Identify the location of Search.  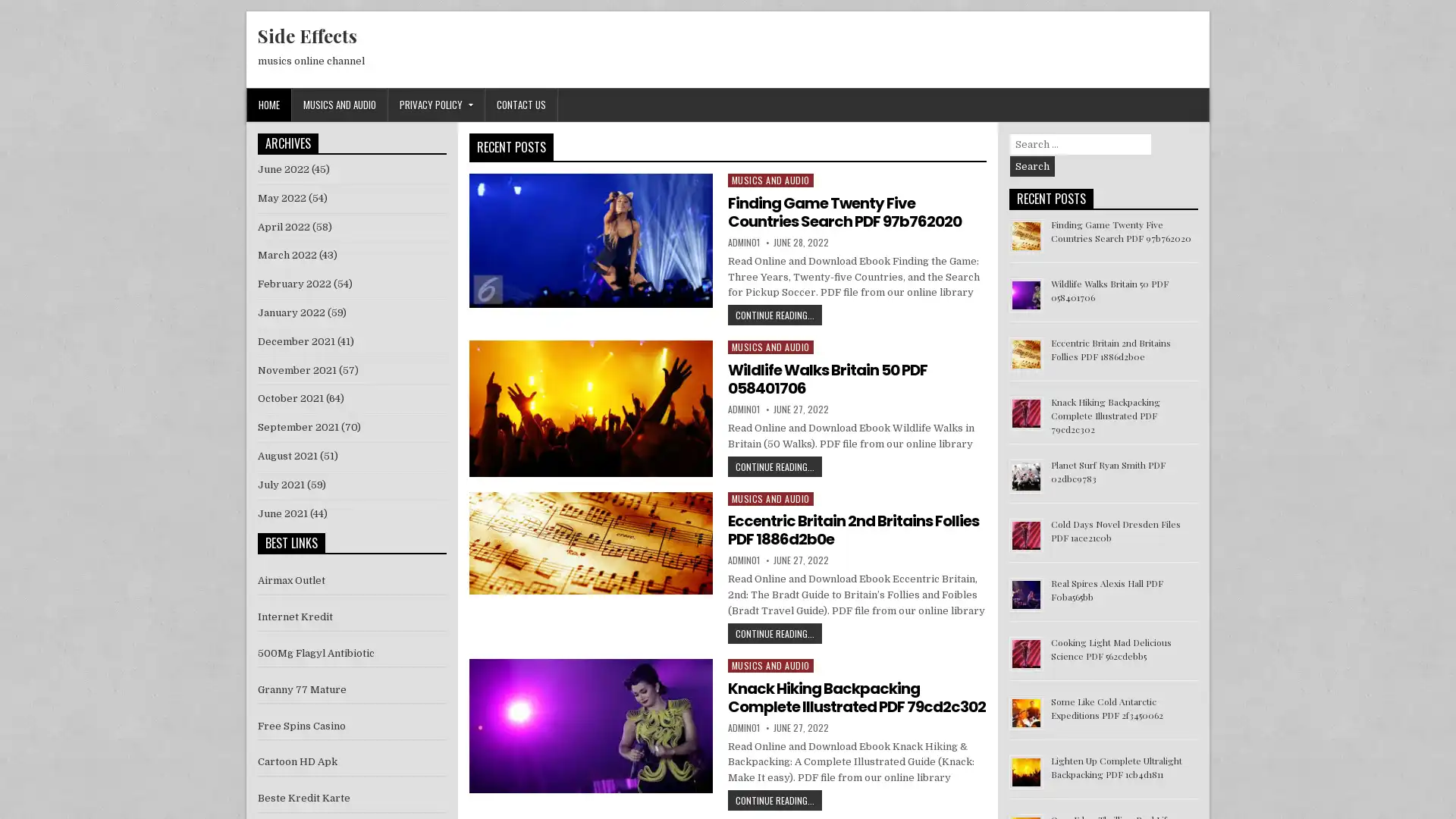
(1031, 166).